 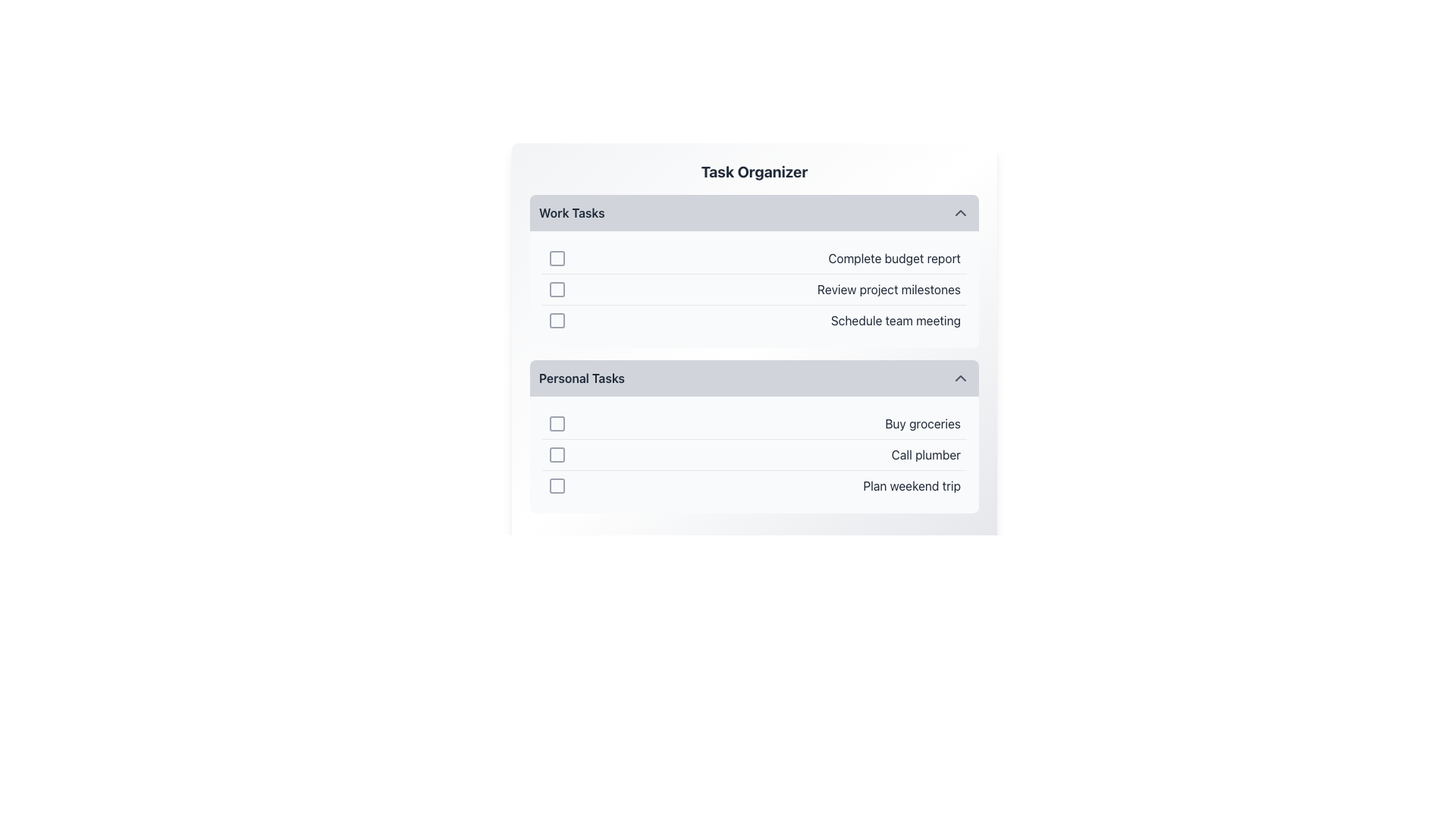 I want to click on the checkbox for the task 'Plan weekend trip' located in the 'Personal Tasks' section, so click(x=556, y=485).